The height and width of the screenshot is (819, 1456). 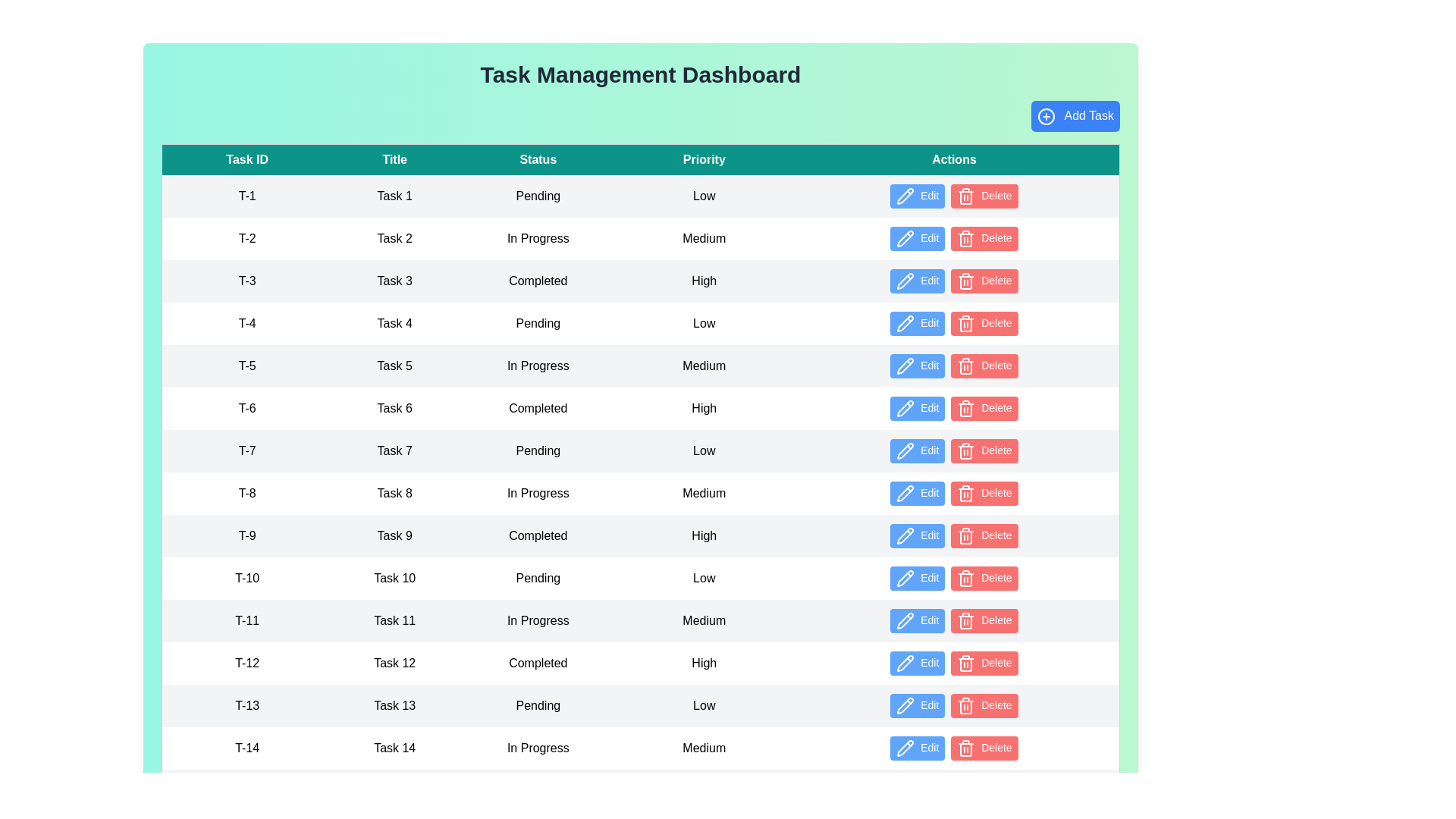 What do you see at coordinates (246, 195) in the screenshot?
I see `the row of a task to expand it and view its additional details` at bounding box center [246, 195].